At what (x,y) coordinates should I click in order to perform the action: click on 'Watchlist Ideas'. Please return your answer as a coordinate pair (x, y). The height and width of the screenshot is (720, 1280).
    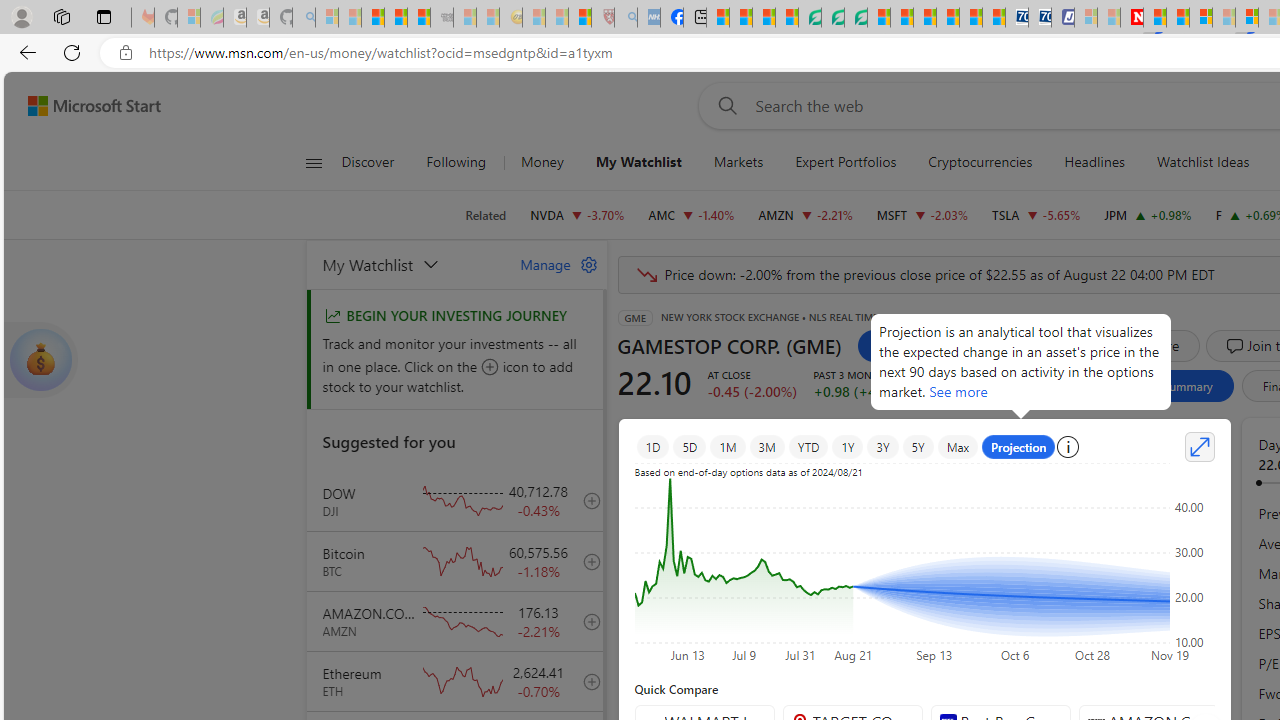
    Looking at the image, I should click on (1202, 162).